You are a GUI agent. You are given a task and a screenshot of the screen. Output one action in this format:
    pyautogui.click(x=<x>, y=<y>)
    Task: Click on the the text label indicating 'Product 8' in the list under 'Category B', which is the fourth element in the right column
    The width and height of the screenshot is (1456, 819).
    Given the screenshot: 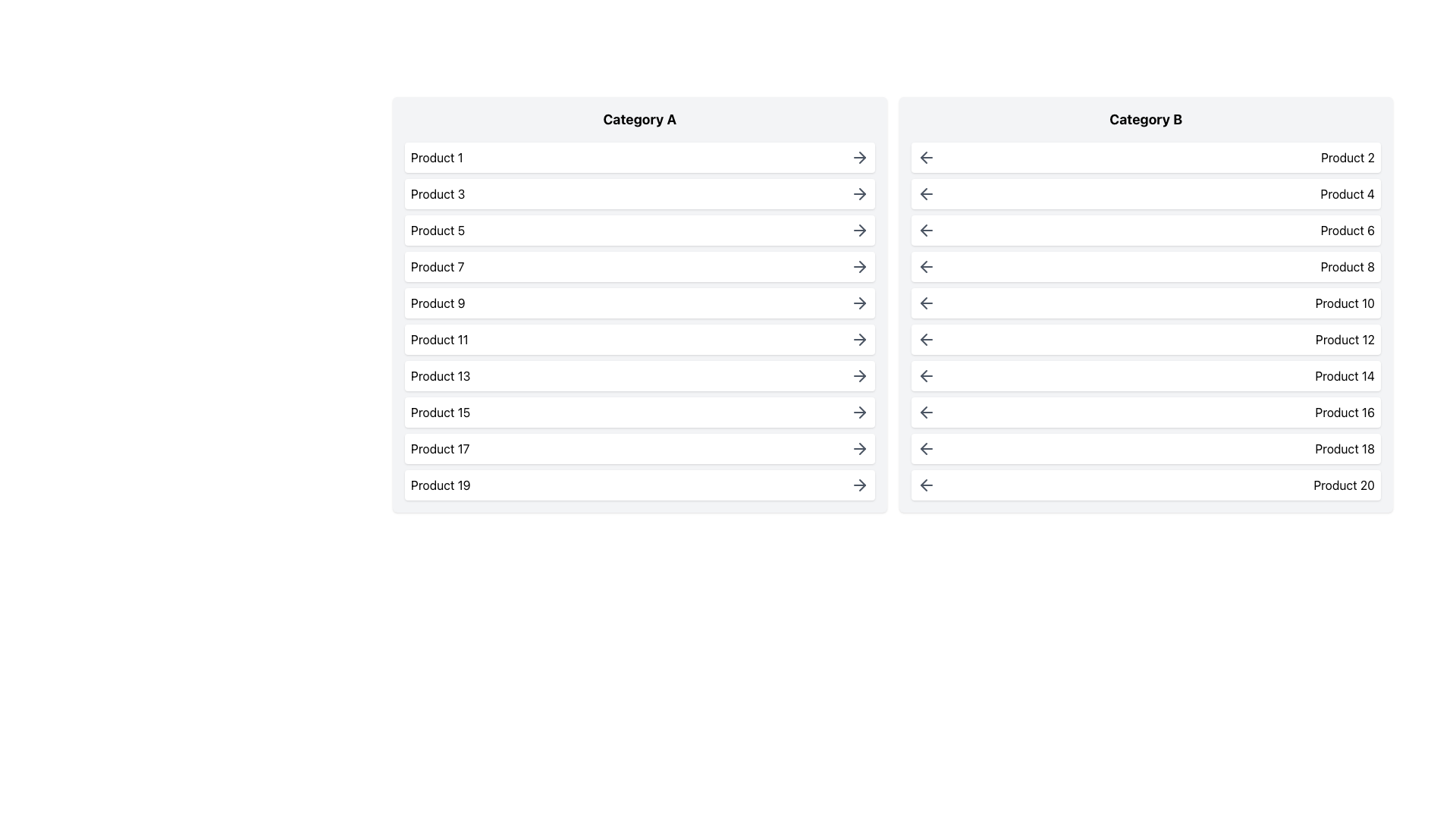 What is the action you would take?
    pyautogui.click(x=1348, y=265)
    